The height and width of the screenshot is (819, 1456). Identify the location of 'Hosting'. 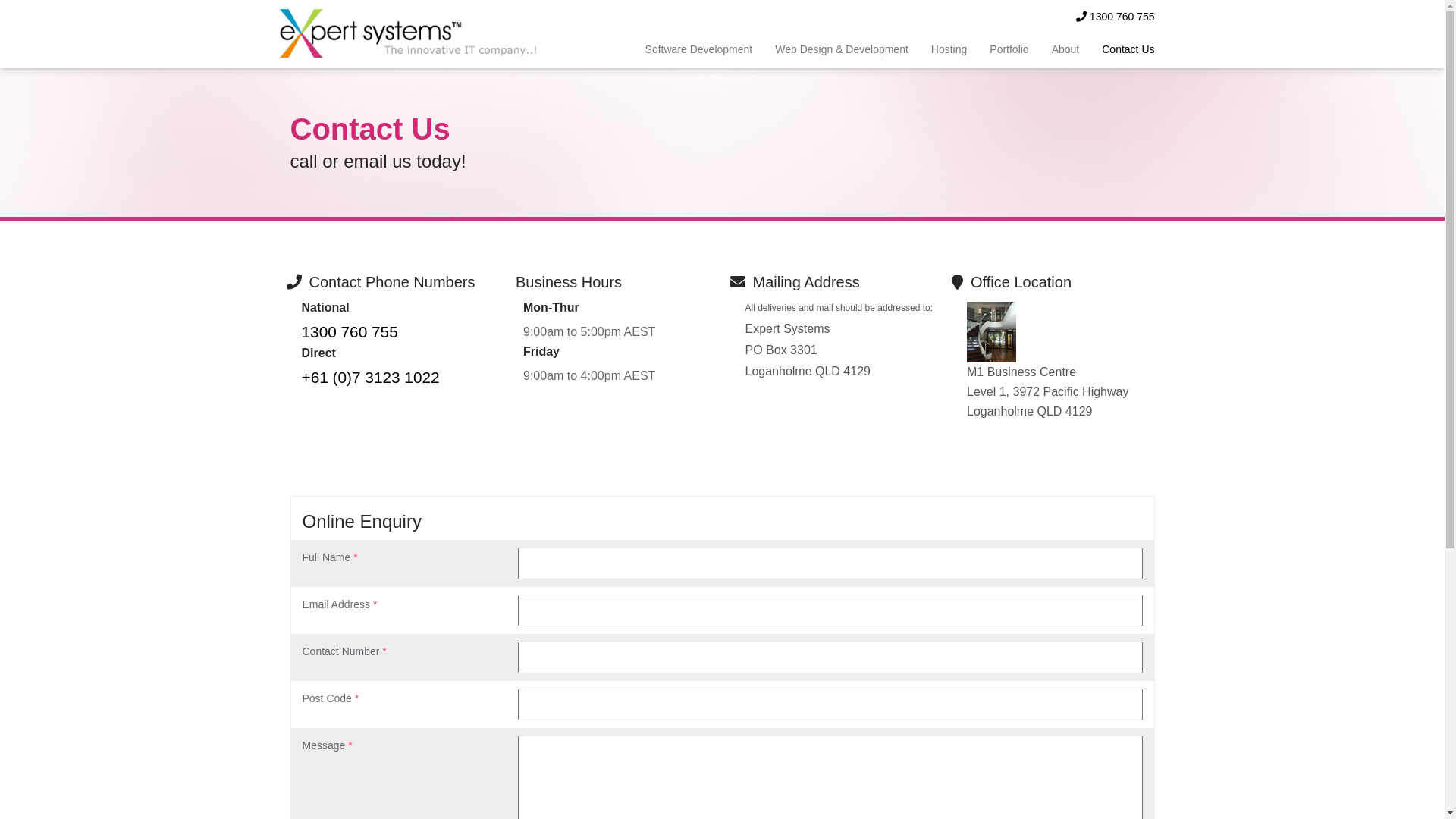
(948, 49).